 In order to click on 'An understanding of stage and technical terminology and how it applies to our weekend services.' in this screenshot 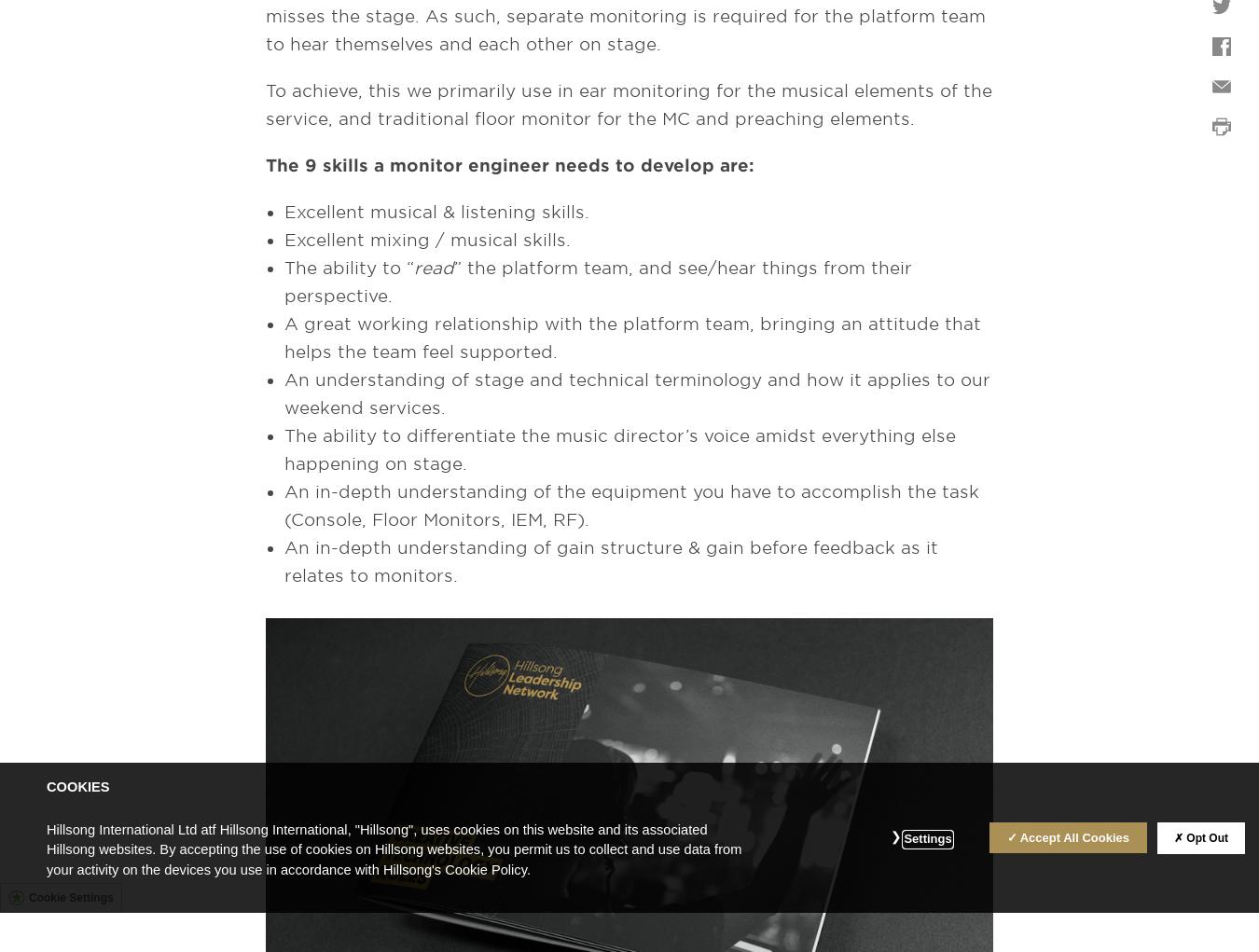, I will do `click(636, 393)`.